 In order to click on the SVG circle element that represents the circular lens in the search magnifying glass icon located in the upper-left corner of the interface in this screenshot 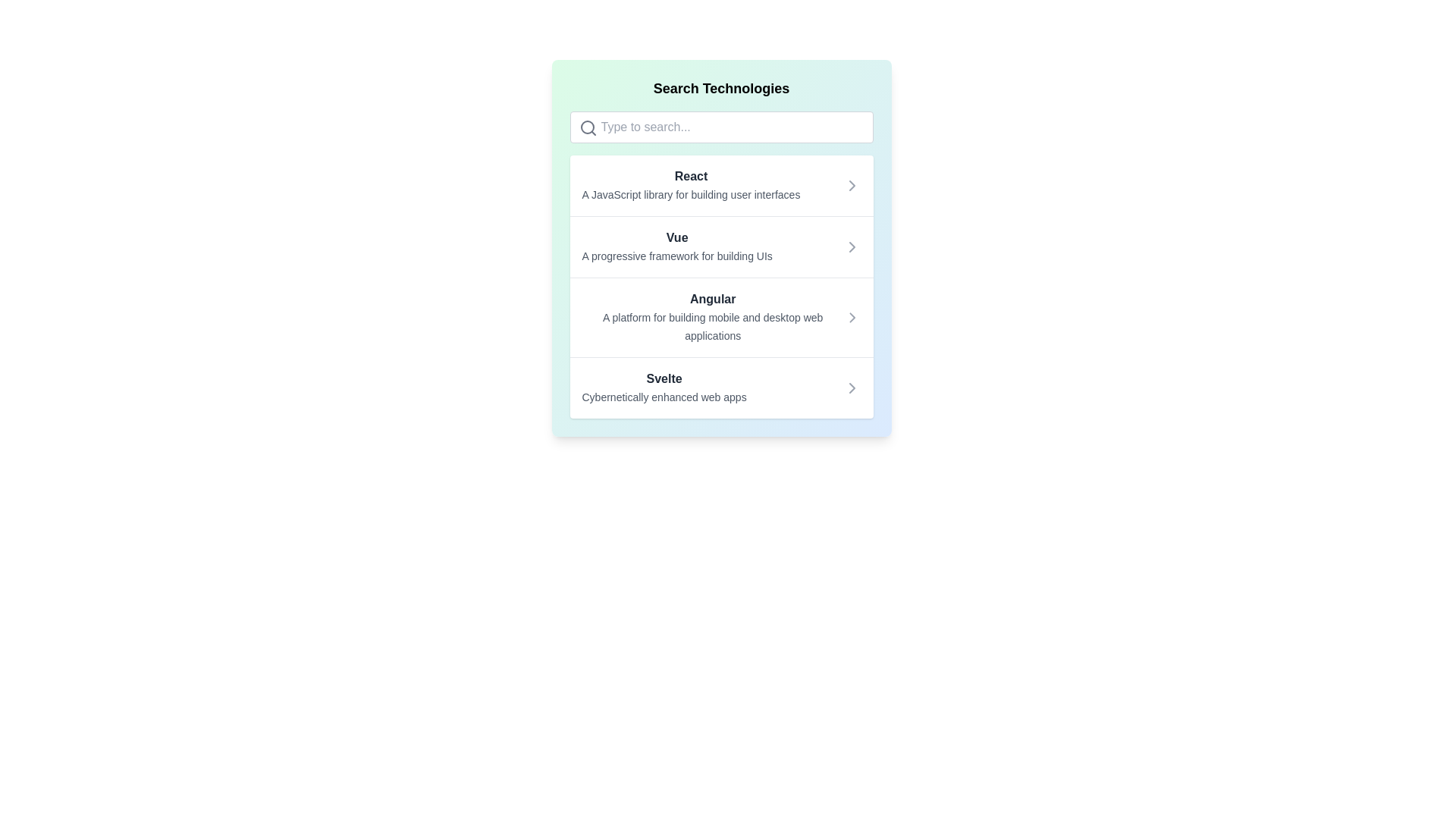, I will do `click(586, 127)`.